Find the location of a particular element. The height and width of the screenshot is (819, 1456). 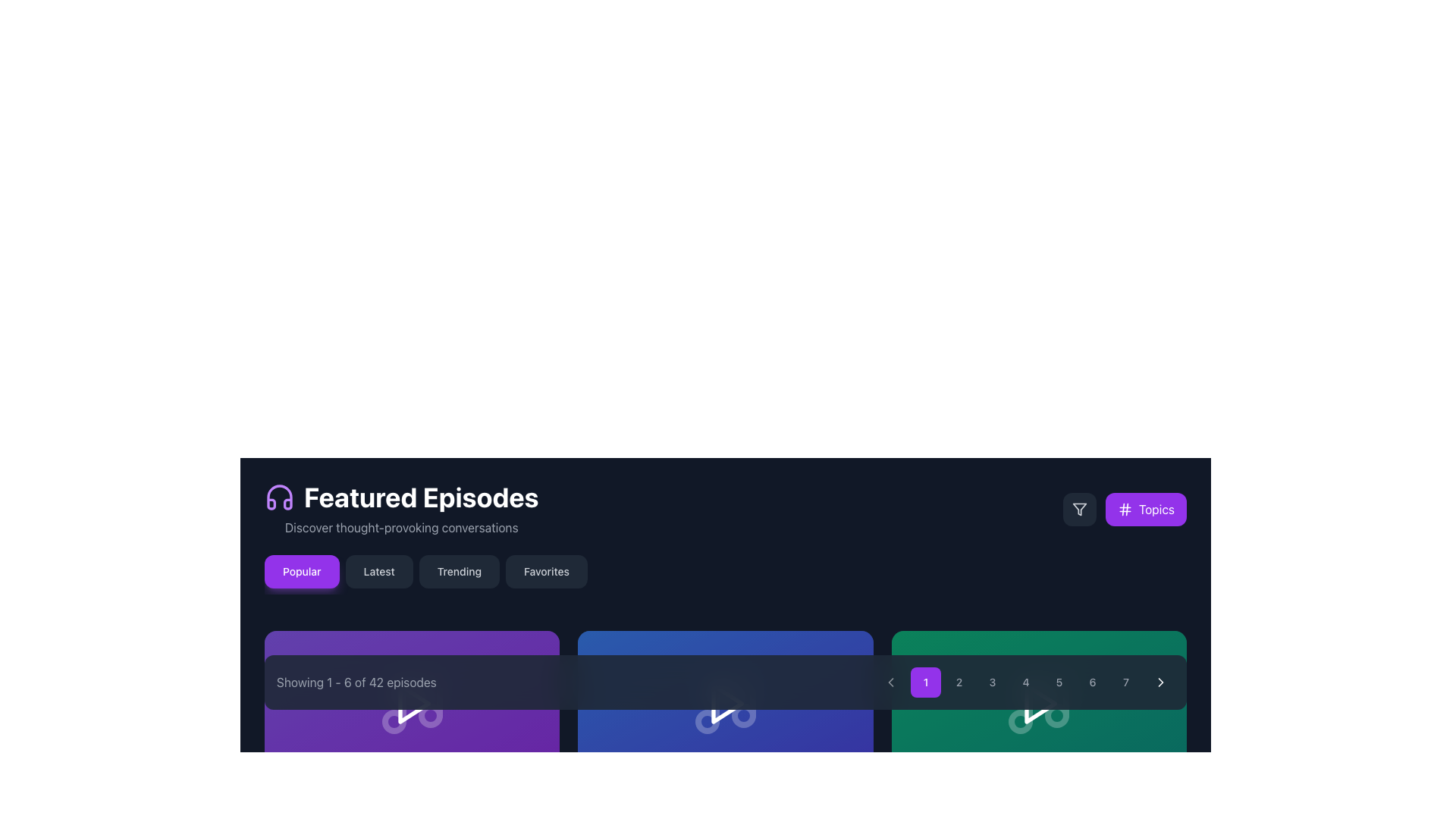

the right-facing chevron icon embedded is located at coordinates (1160, 681).